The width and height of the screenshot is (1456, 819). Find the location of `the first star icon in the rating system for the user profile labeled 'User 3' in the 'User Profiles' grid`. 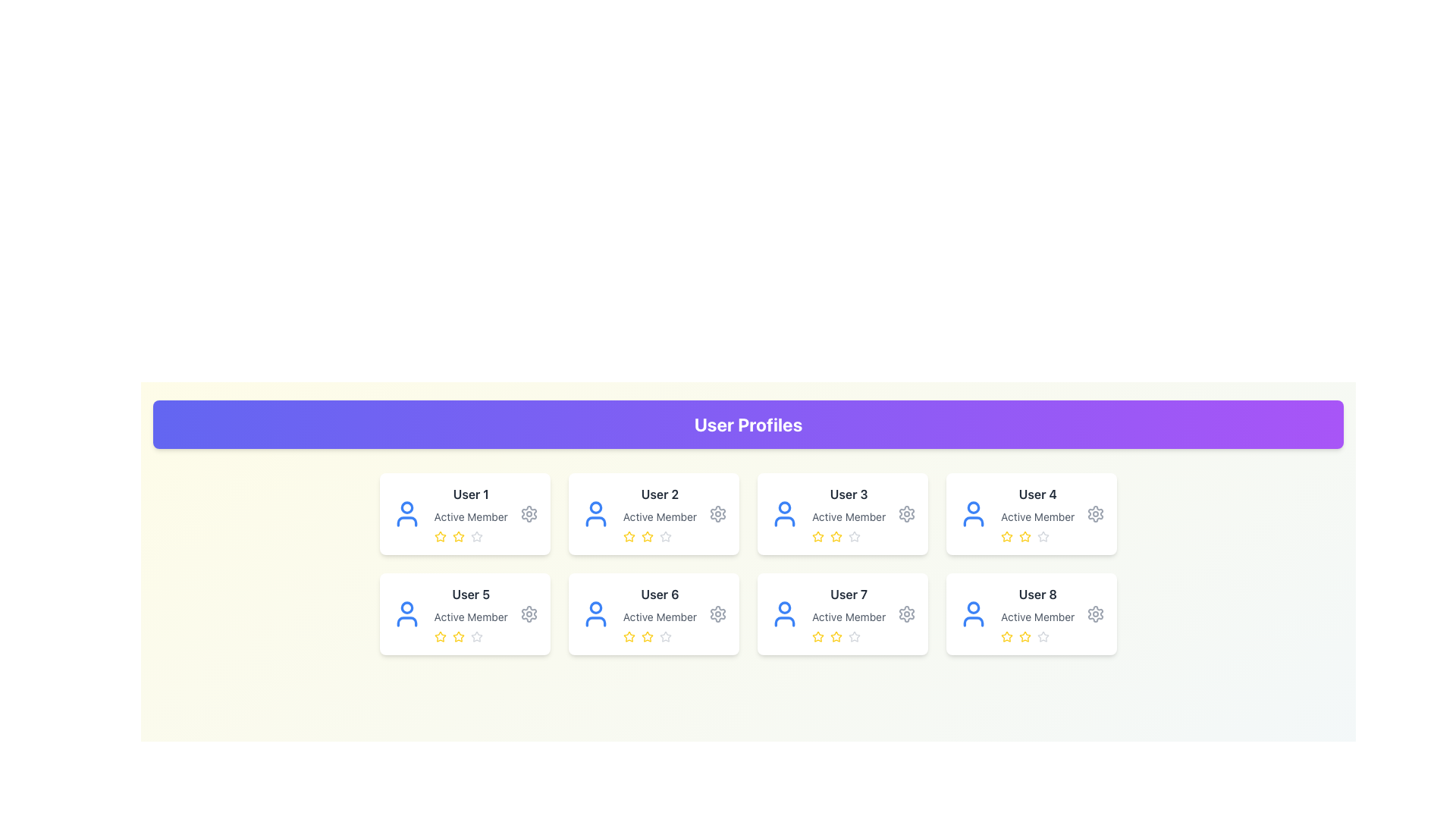

the first star icon in the rating system for the user profile labeled 'User 3' in the 'User Profiles' grid is located at coordinates (817, 536).